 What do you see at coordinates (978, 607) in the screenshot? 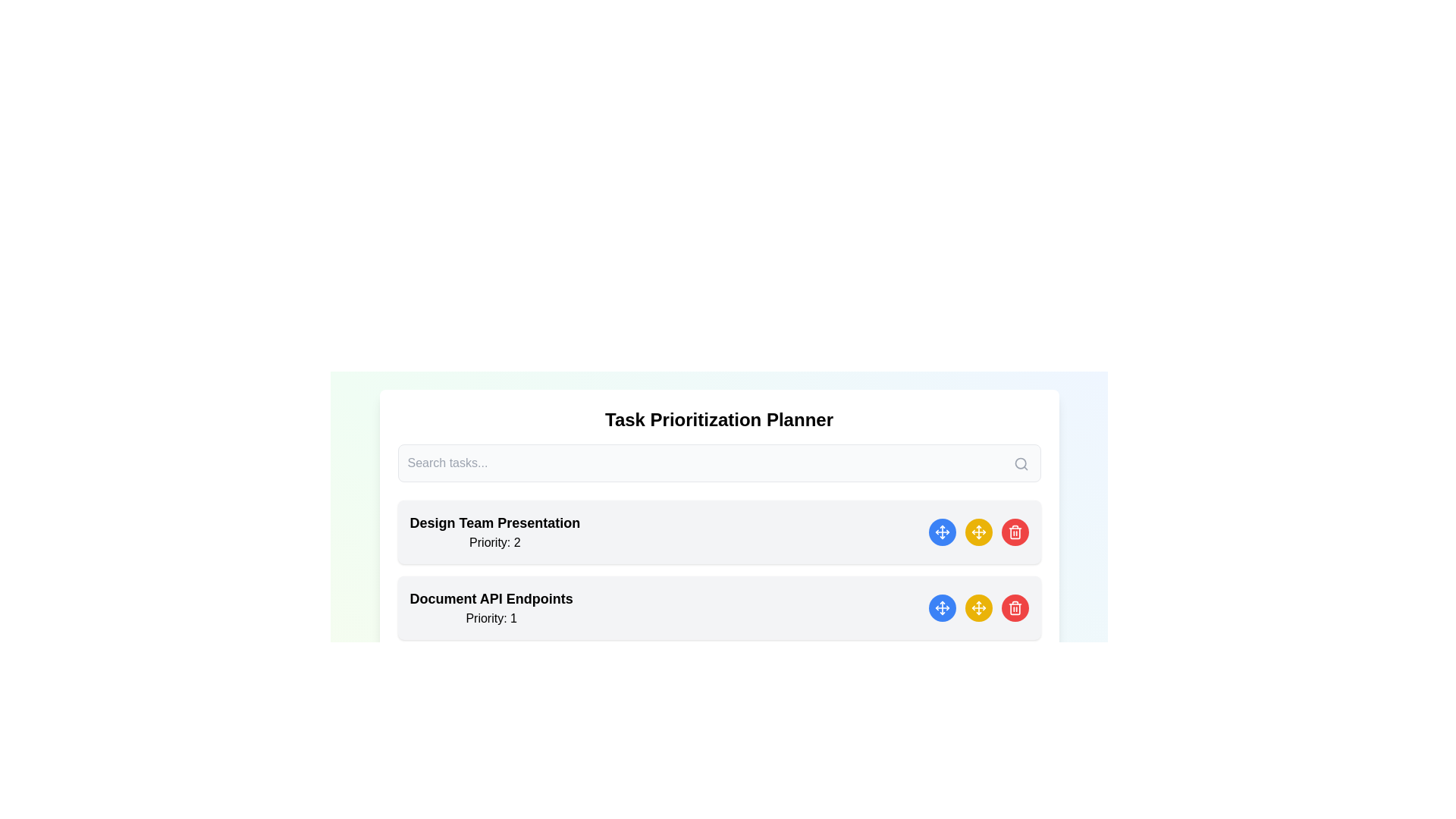
I see `the small circular yellow button with a white four-directional arrow icon, located between a blue button on the left and a red button on the right` at bounding box center [978, 607].